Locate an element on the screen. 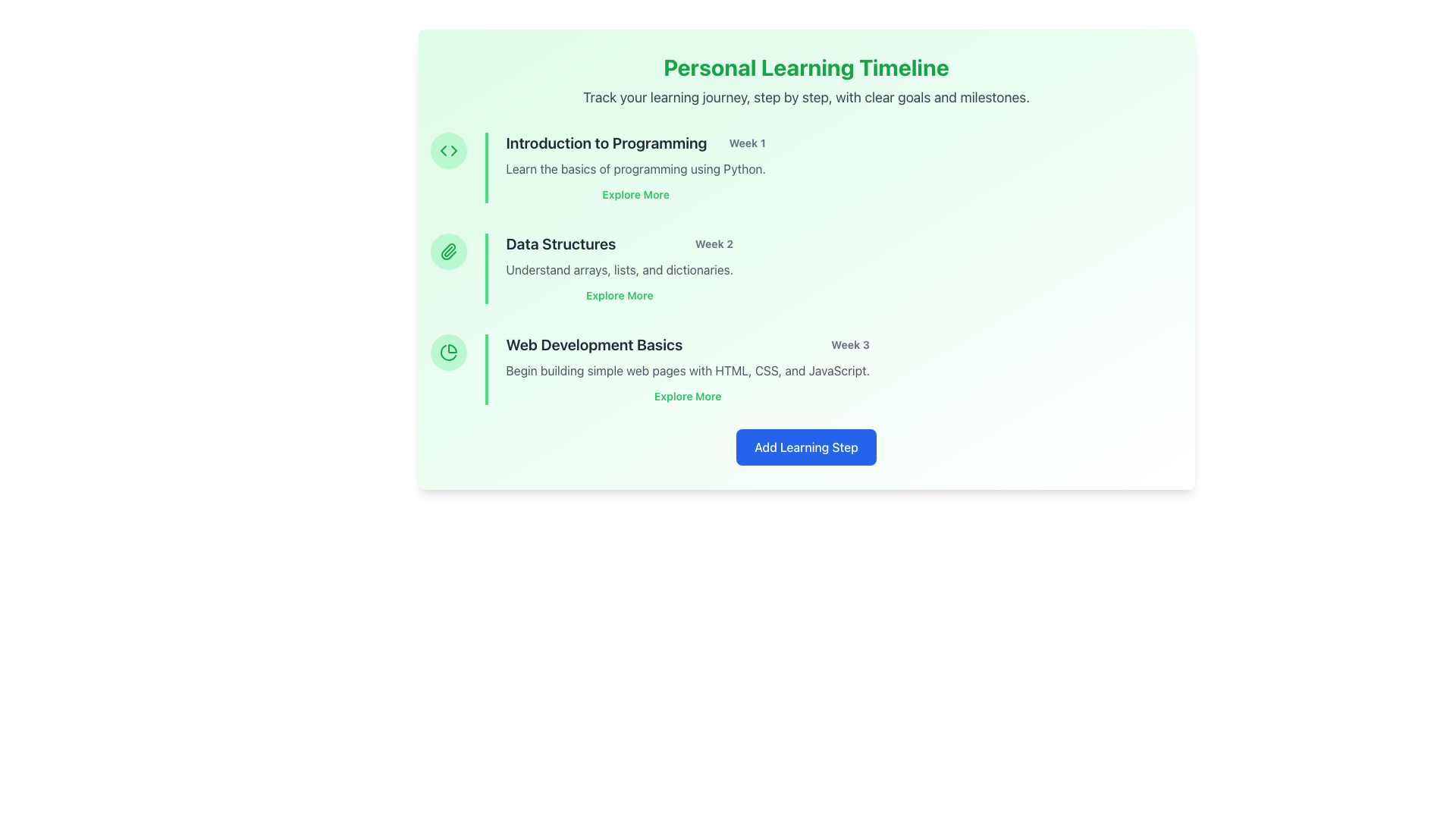 This screenshot has height=819, width=1456. the static text label displaying 'Week 2', which is located on the right side of the second row in the 'Personal Learning Timeline', aligned with the bold text 'Data Structures' is located at coordinates (713, 243).